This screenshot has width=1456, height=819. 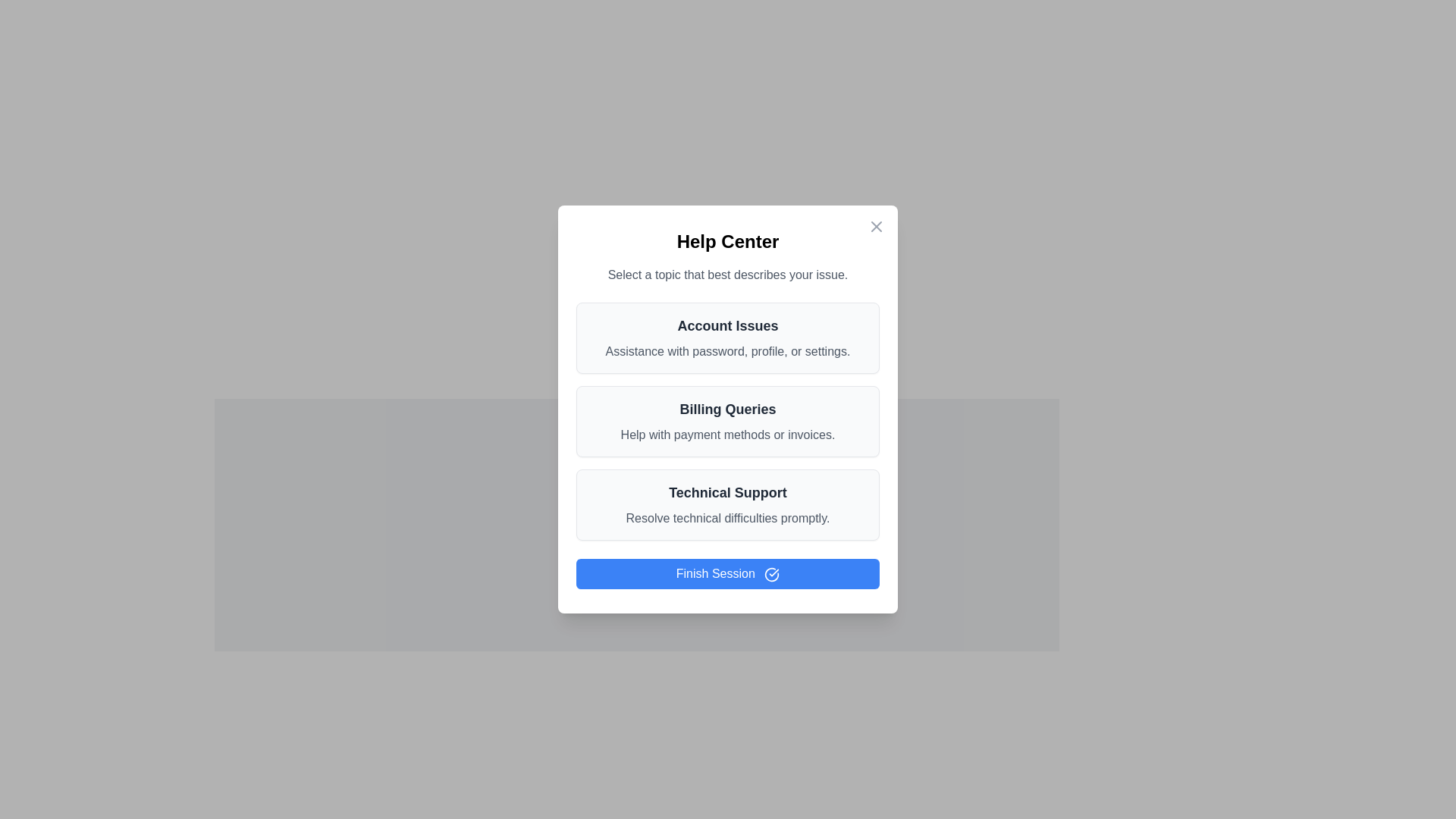 I want to click on the descriptive text label located below the 'Technical Support' title in the 'Help Center' modal, so click(x=728, y=517).